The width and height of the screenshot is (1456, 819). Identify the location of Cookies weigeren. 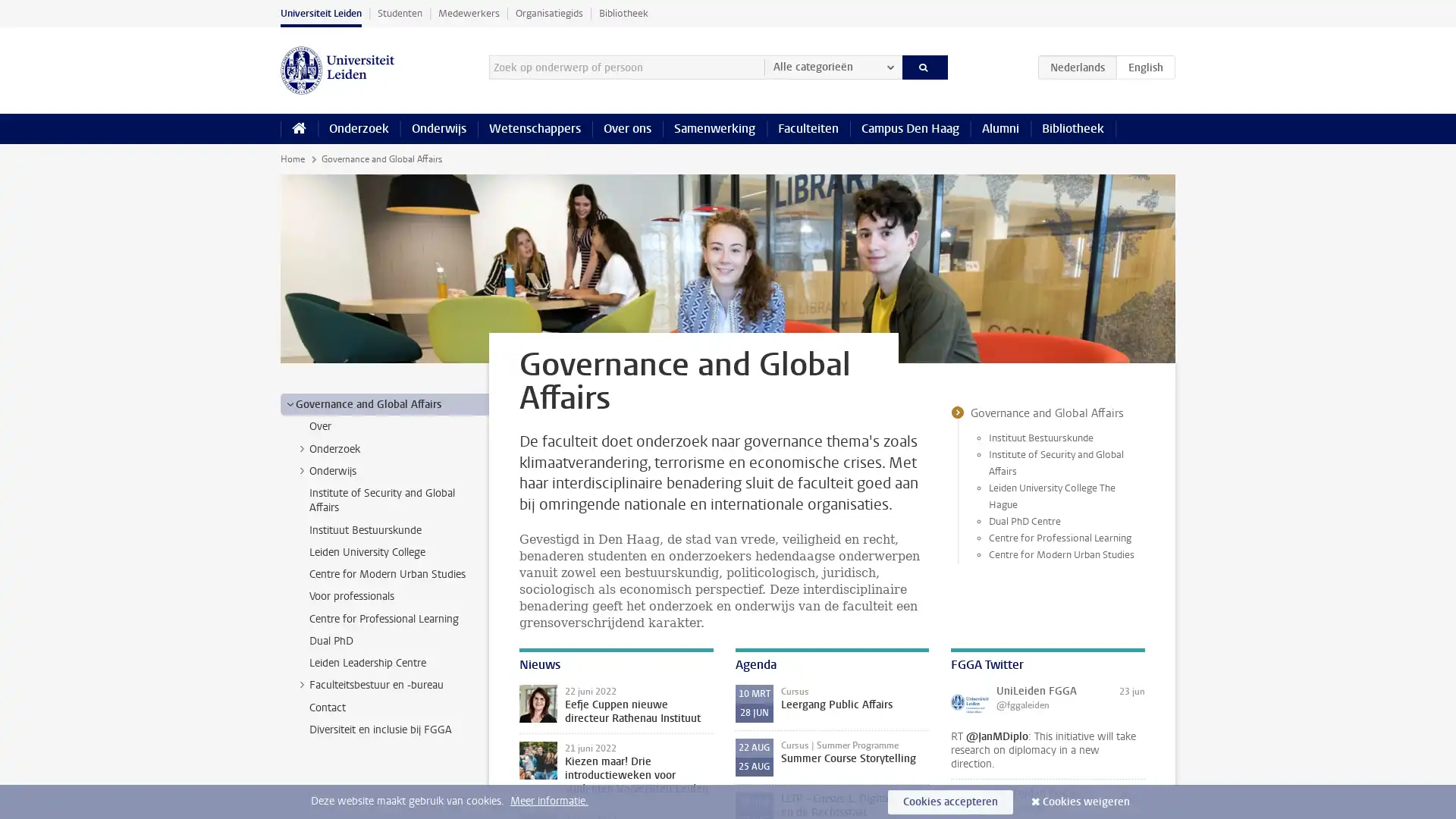
(1085, 801).